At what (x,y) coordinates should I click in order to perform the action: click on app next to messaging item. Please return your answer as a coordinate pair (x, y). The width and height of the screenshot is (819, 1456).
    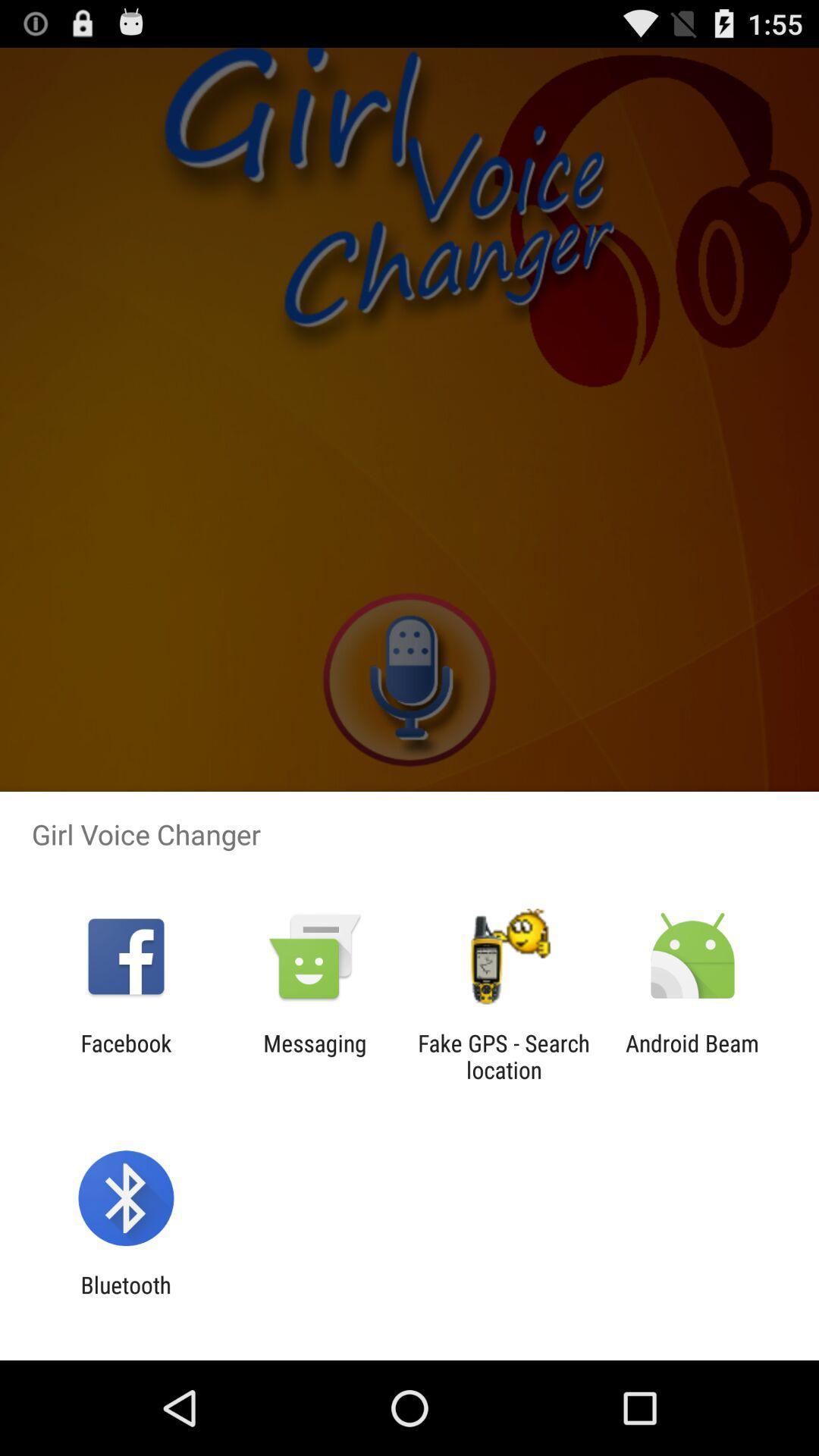
    Looking at the image, I should click on (504, 1056).